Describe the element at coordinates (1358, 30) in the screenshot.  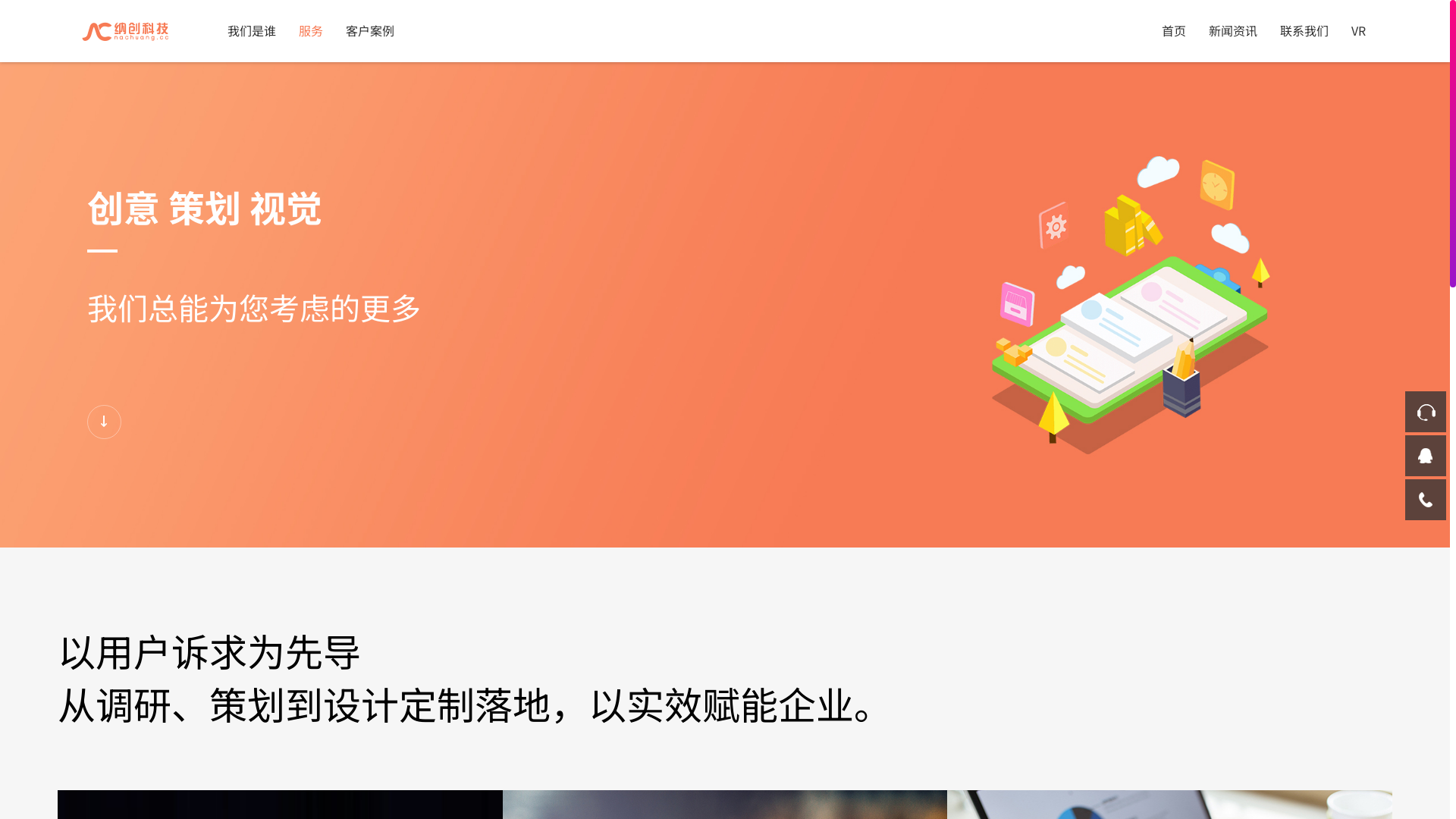
I see `'VR'` at that location.